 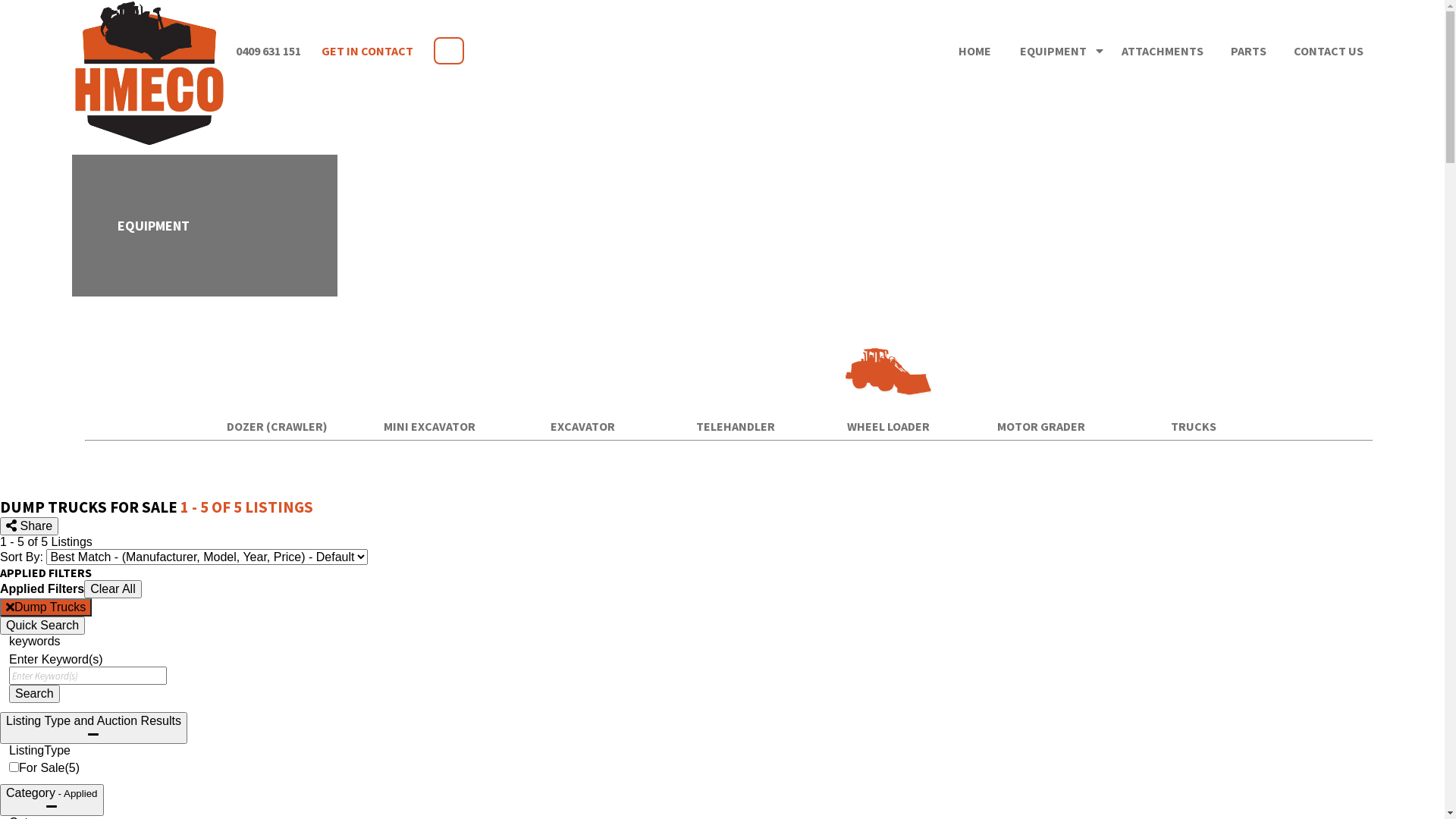 What do you see at coordinates (29, 526) in the screenshot?
I see `'Share'` at bounding box center [29, 526].